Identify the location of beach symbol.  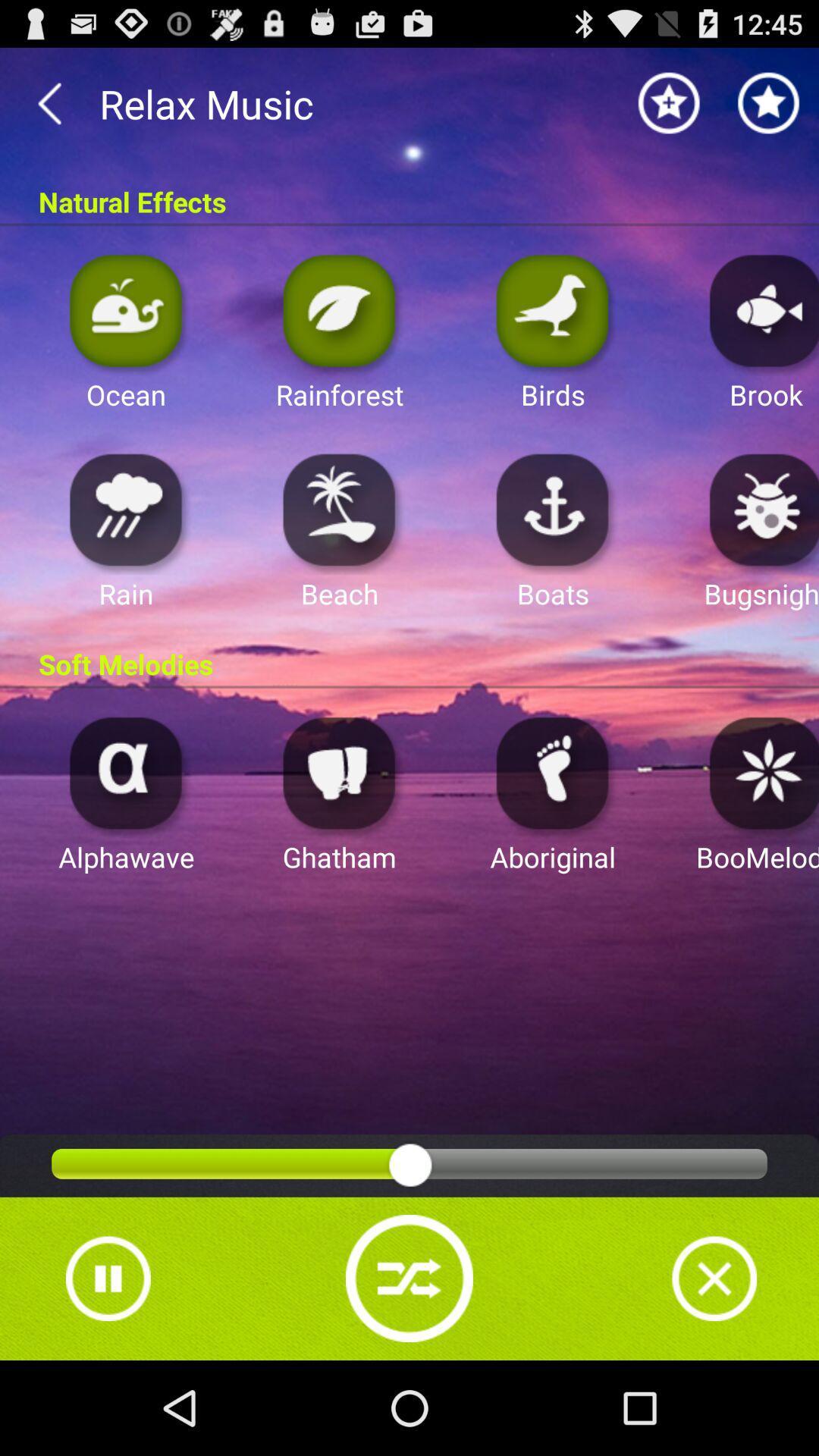
(339, 509).